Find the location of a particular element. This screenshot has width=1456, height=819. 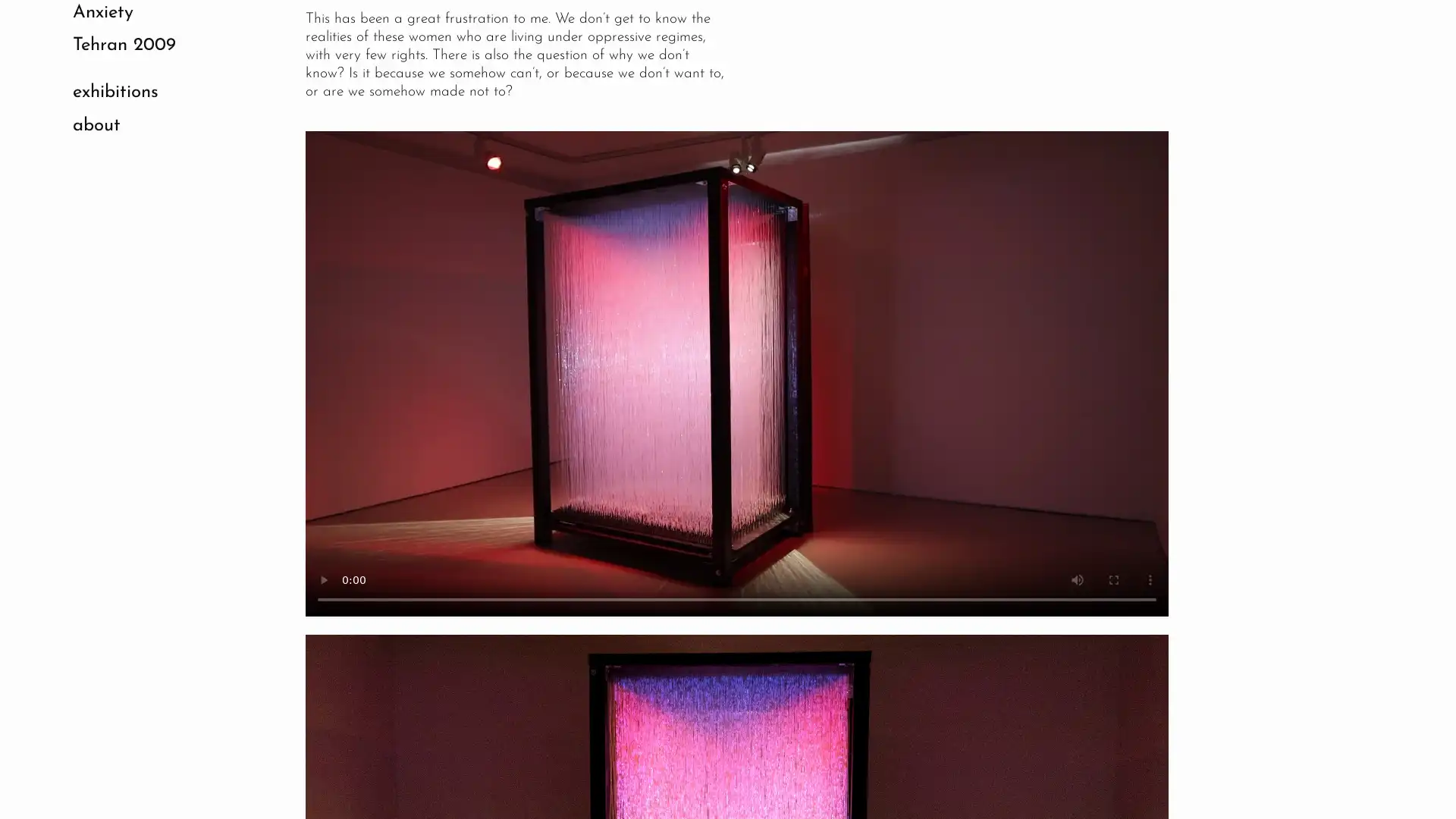

enter full screen is located at coordinates (1113, 579).